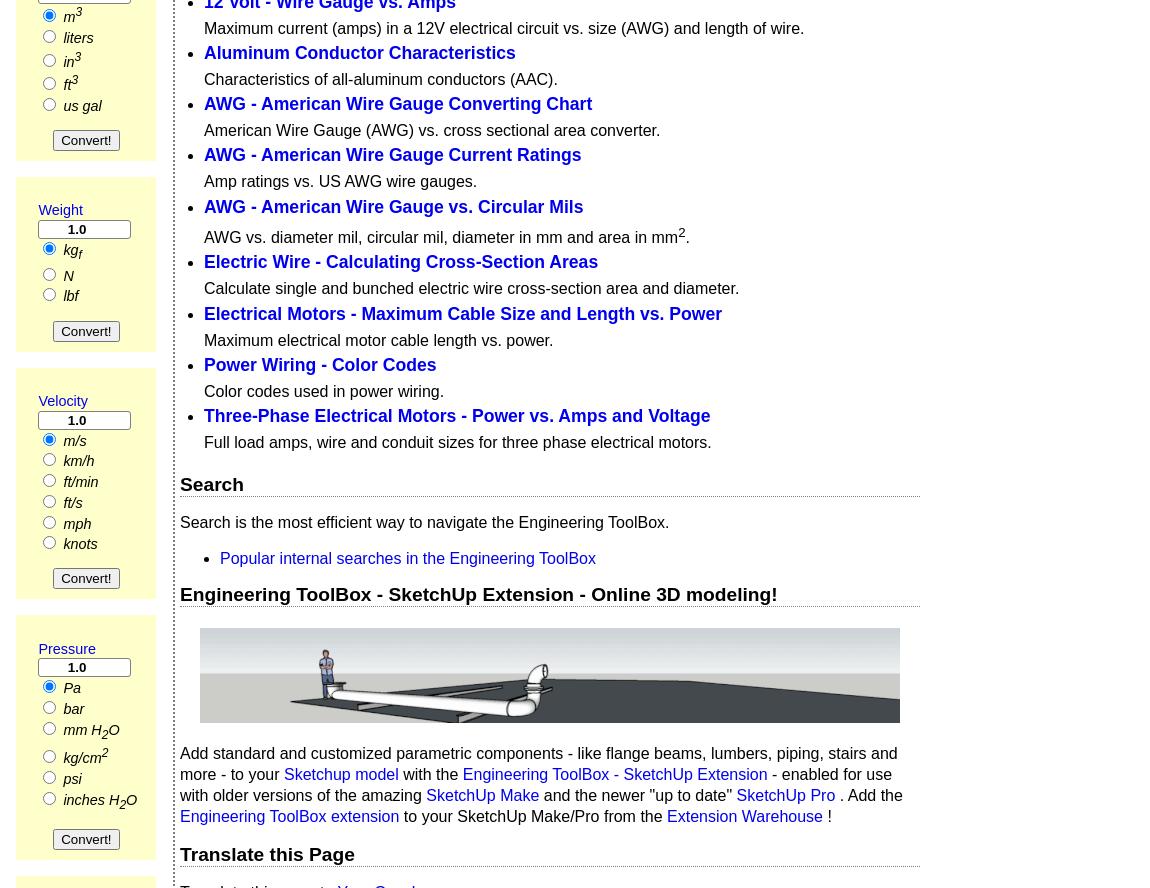 This screenshot has width=1150, height=888. What do you see at coordinates (320, 363) in the screenshot?
I see `'Power Wiring - Color Codes'` at bounding box center [320, 363].